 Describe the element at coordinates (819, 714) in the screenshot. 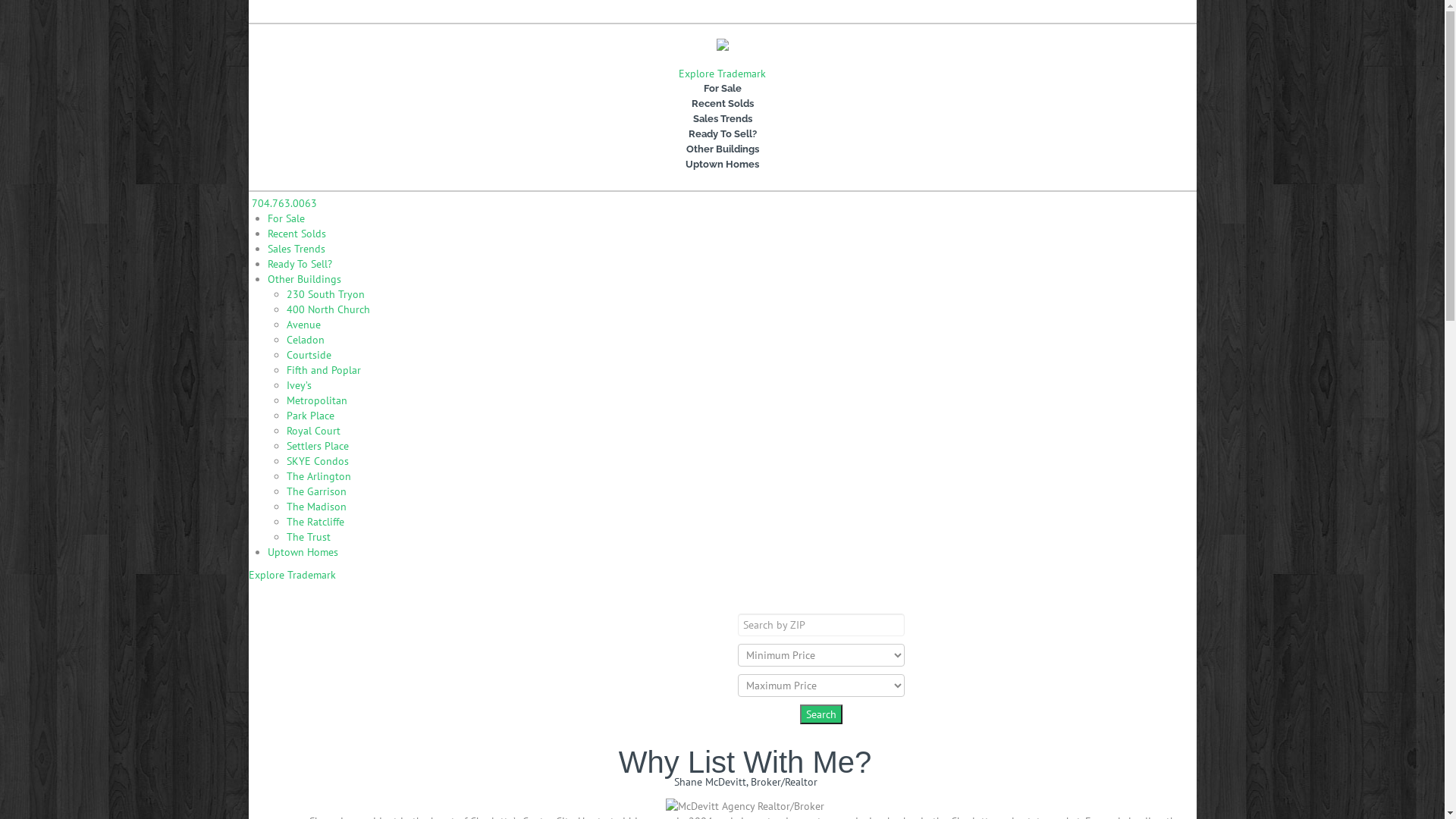

I see `'Search'` at that location.